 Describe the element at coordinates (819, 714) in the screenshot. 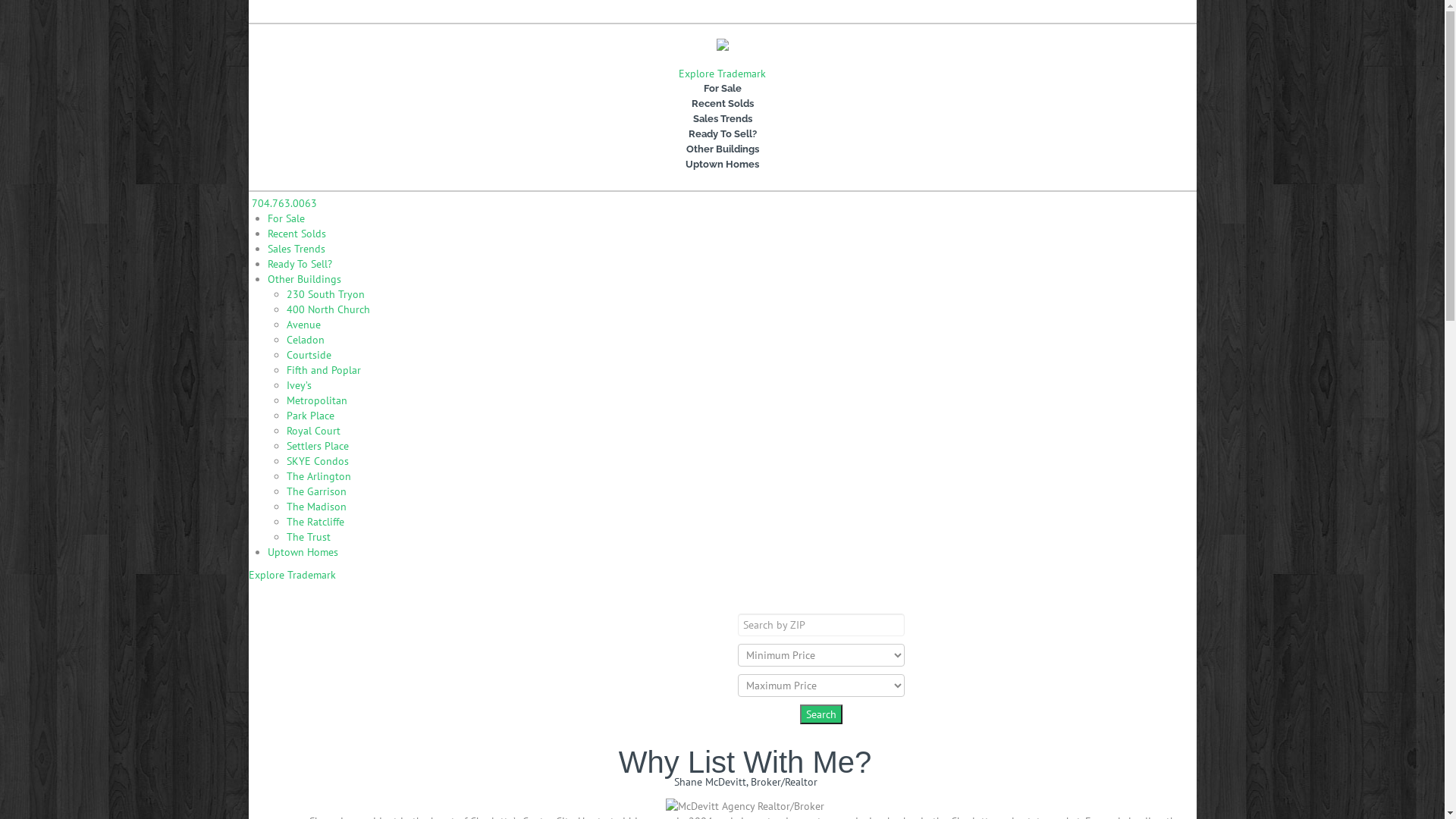

I see `'Search'` at that location.